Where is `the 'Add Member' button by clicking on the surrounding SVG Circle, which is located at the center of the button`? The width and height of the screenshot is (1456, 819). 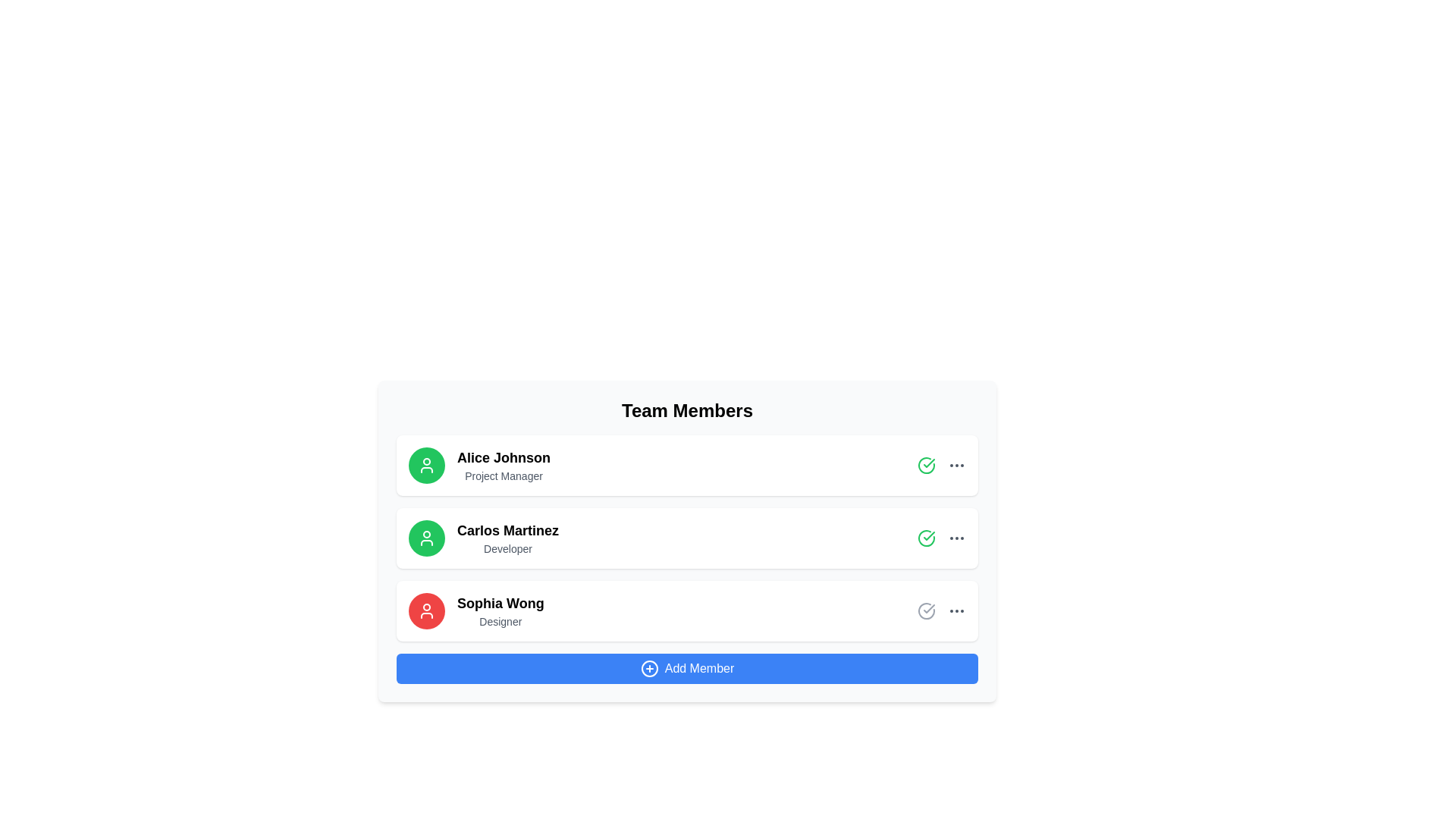
the 'Add Member' button by clicking on the surrounding SVG Circle, which is located at the center of the button is located at coordinates (649, 668).